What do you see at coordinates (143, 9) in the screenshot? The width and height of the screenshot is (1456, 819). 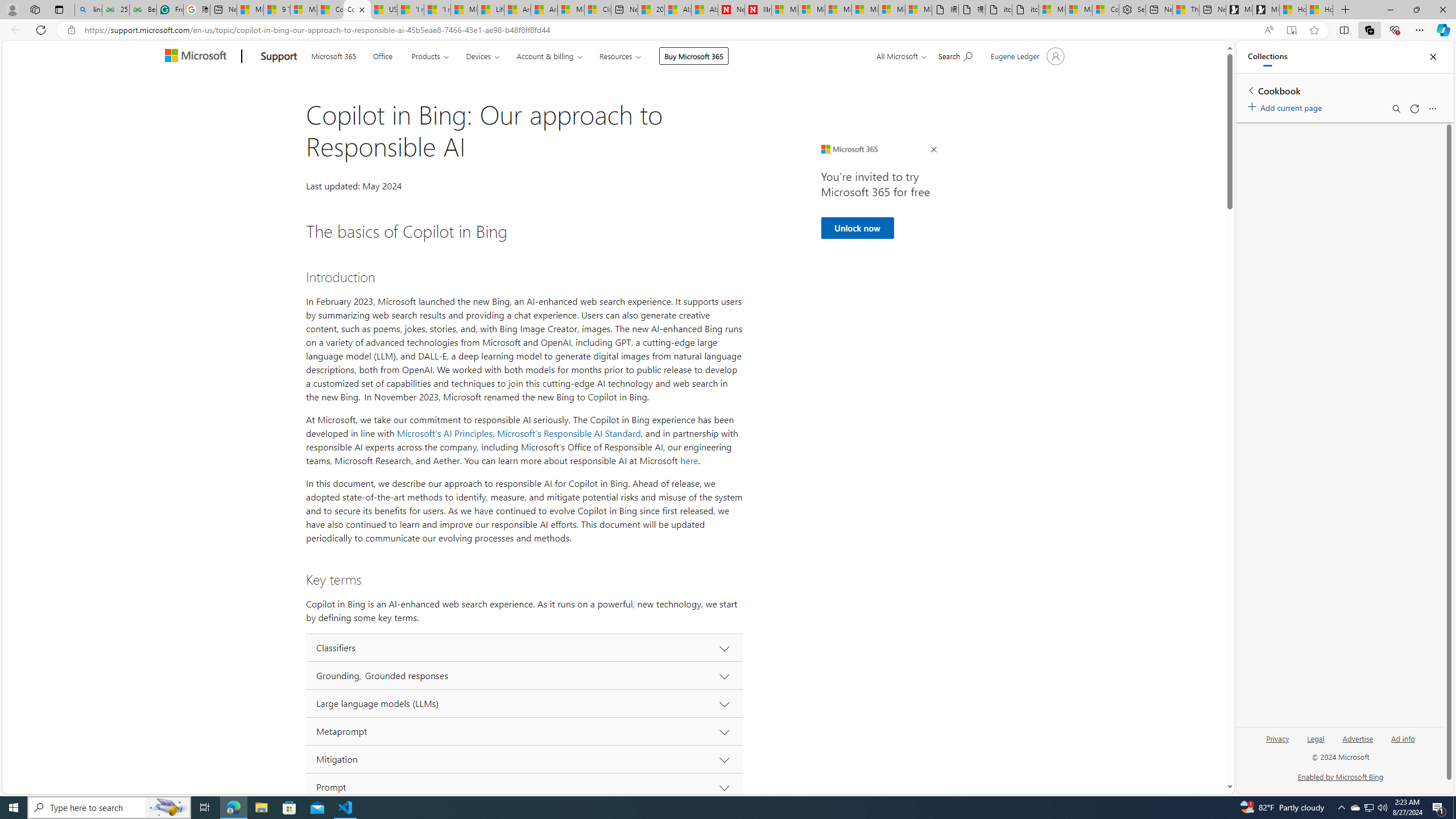 I see `'Best SSL Certificates Provider in India - GeeksforGeeks'` at bounding box center [143, 9].